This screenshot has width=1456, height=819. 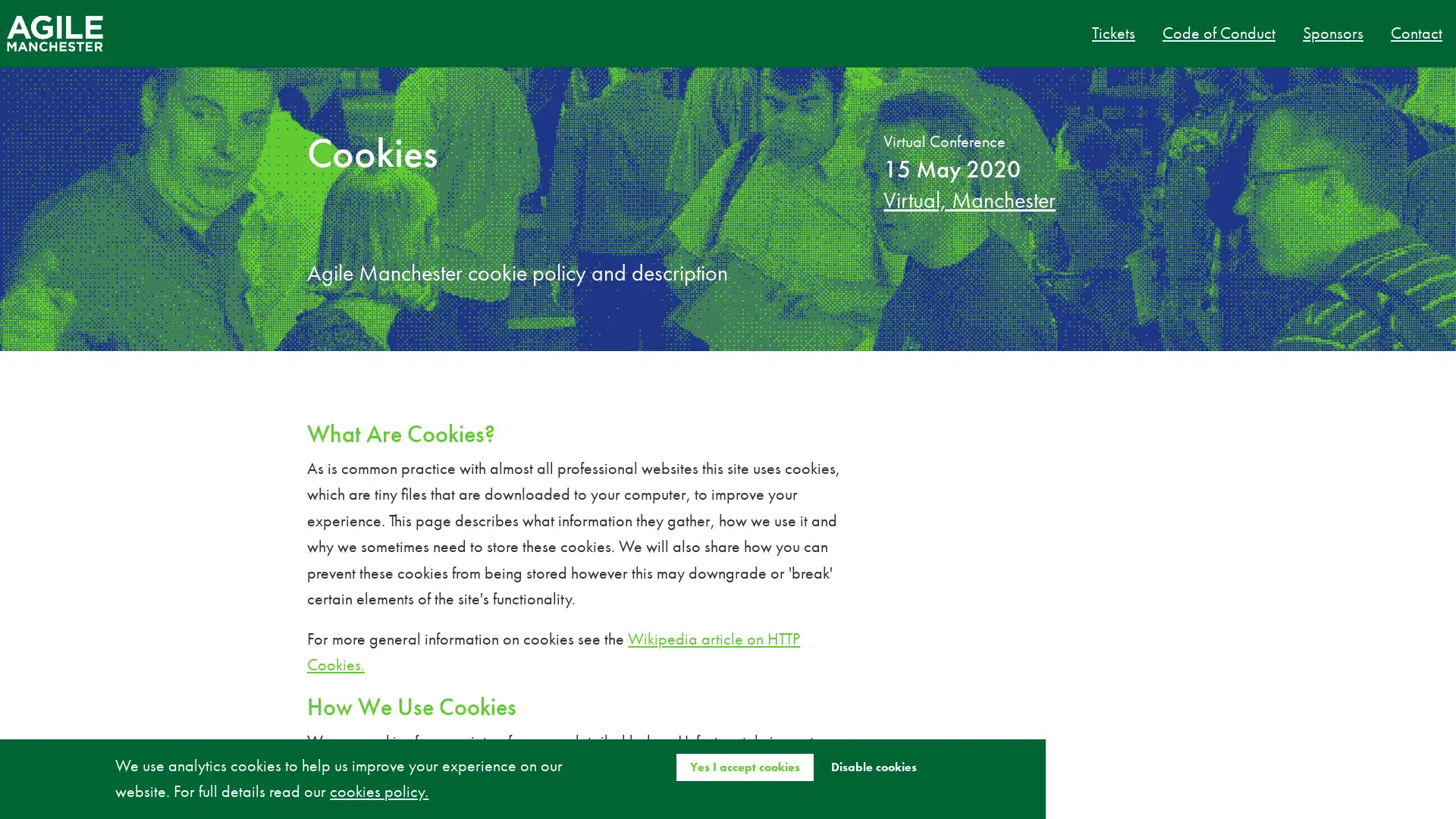 I want to click on Yes I accept cookies, so click(x=744, y=766).